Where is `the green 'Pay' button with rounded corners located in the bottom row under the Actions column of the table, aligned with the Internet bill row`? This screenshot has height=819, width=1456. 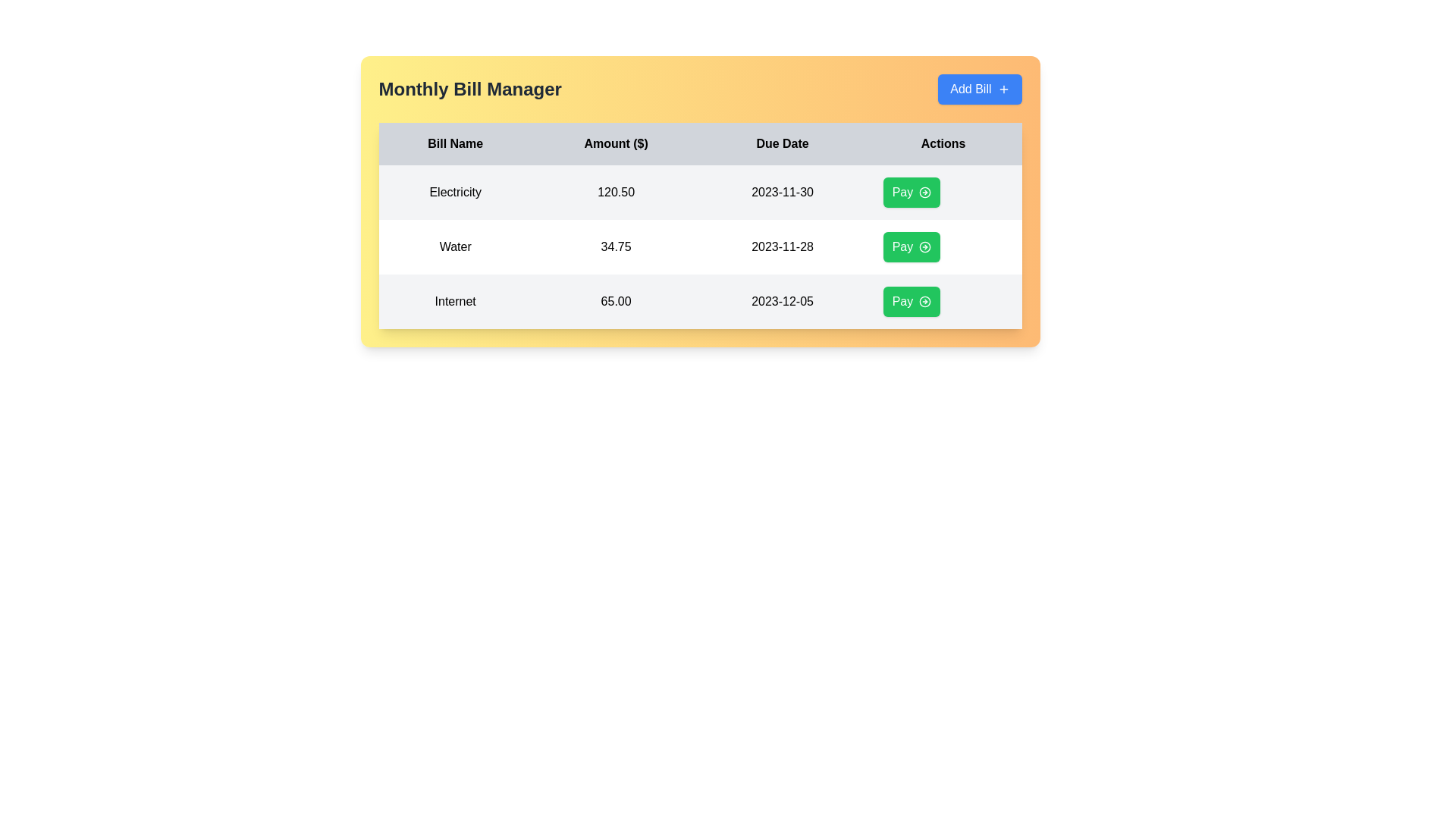
the green 'Pay' button with rounded corners located in the bottom row under the Actions column of the table, aligned with the Internet bill row is located at coordinates (943, 301).